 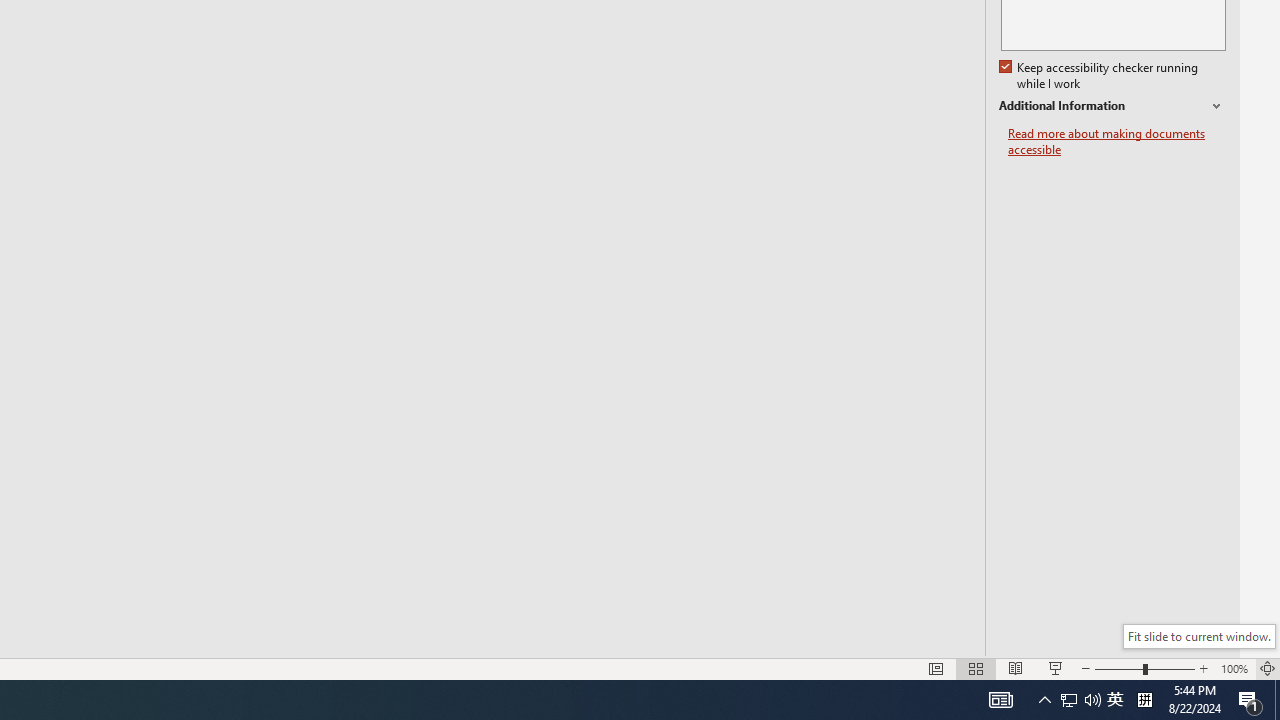 What do you see at coordinates (1144, 669) in the screenshot?
I see `'Zoom'` at bounding box center [1144, 669].